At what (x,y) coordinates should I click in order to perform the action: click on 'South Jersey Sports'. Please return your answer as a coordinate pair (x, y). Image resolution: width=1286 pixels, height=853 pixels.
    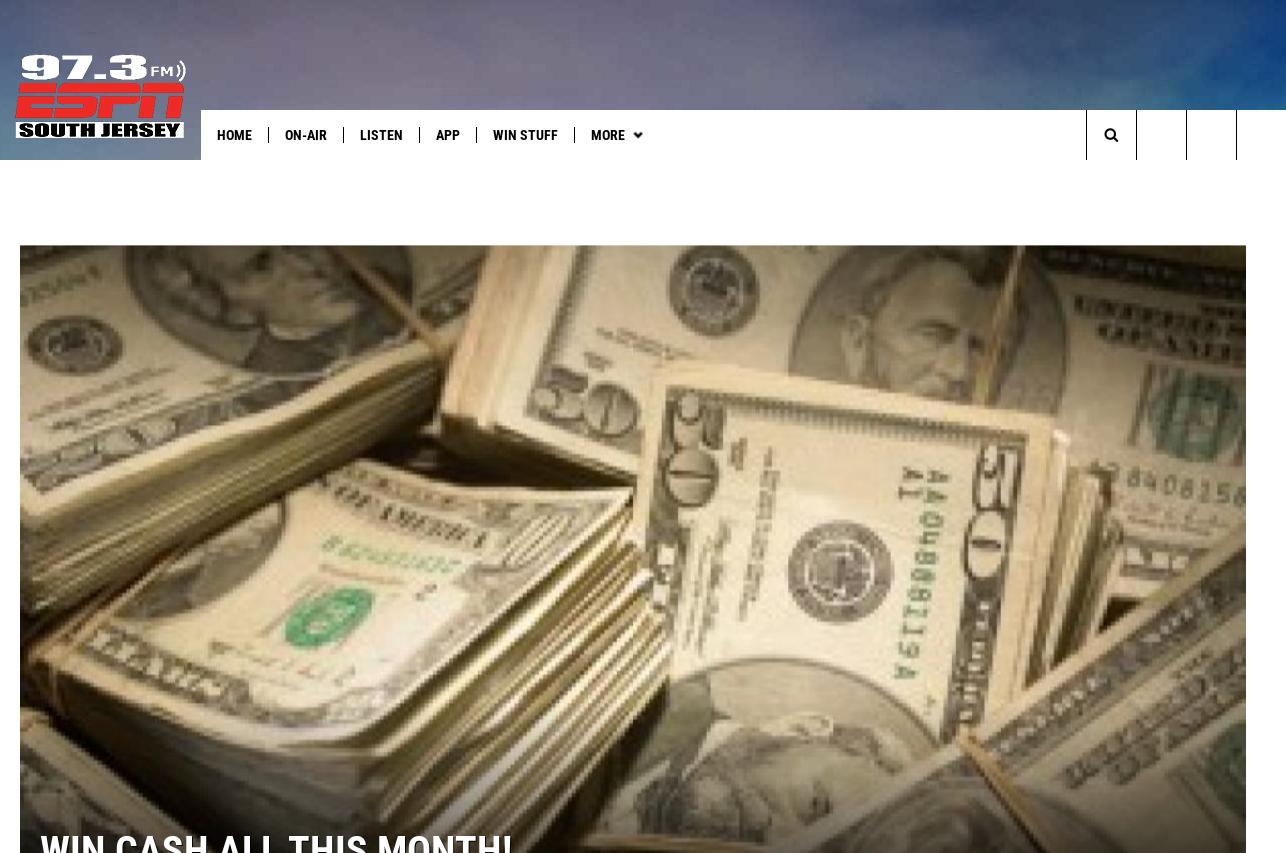
    Looking at the image, I should click on (526, 175).